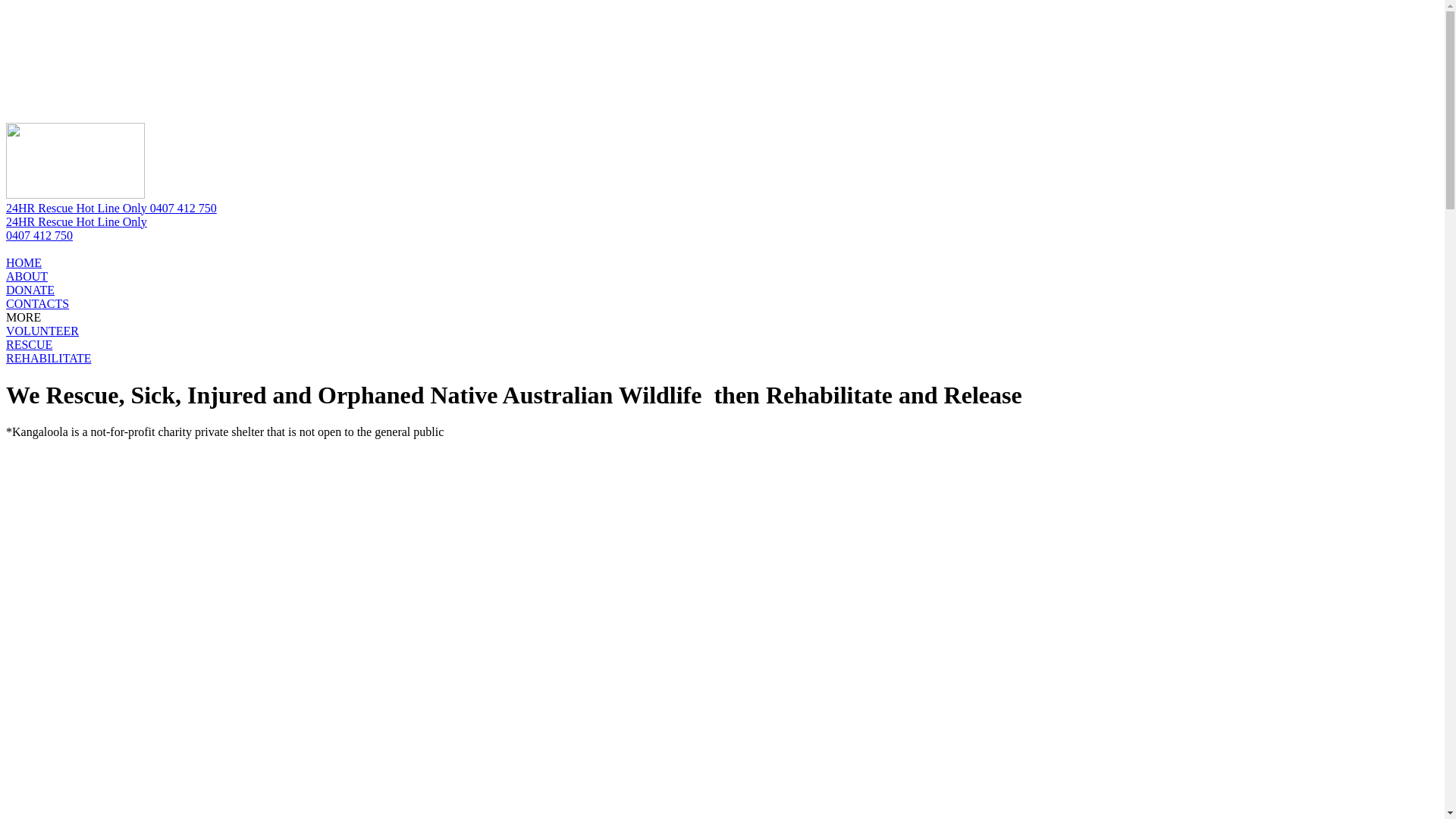 Image resolution: width=1456 pixels, height=819 pixels. I want to click on 'HOME', so click(24, 262).